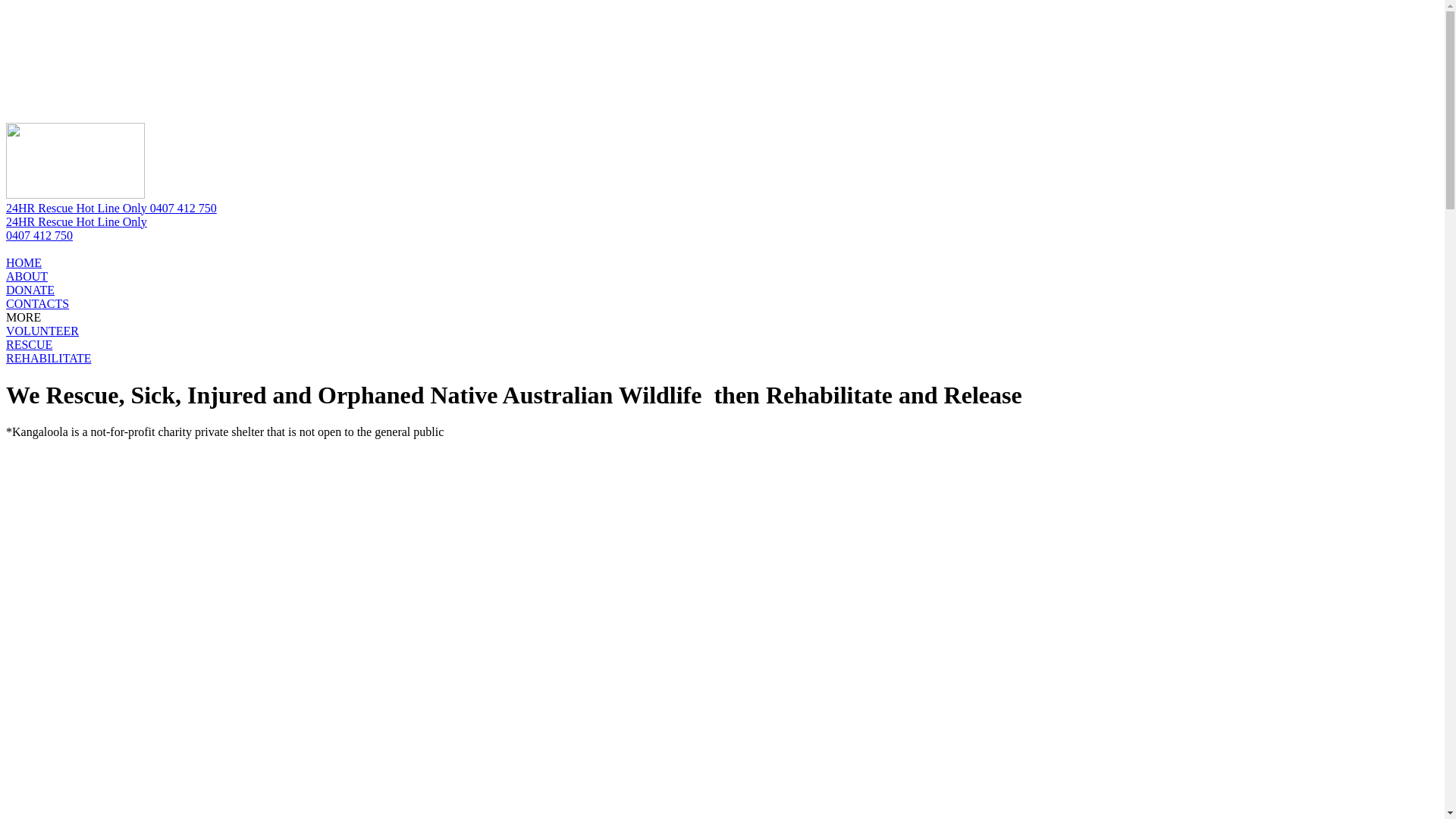 Image resolution: width=1456 pixels, height=819 pixels. I want to click on 'HOME', so click(24, 262).